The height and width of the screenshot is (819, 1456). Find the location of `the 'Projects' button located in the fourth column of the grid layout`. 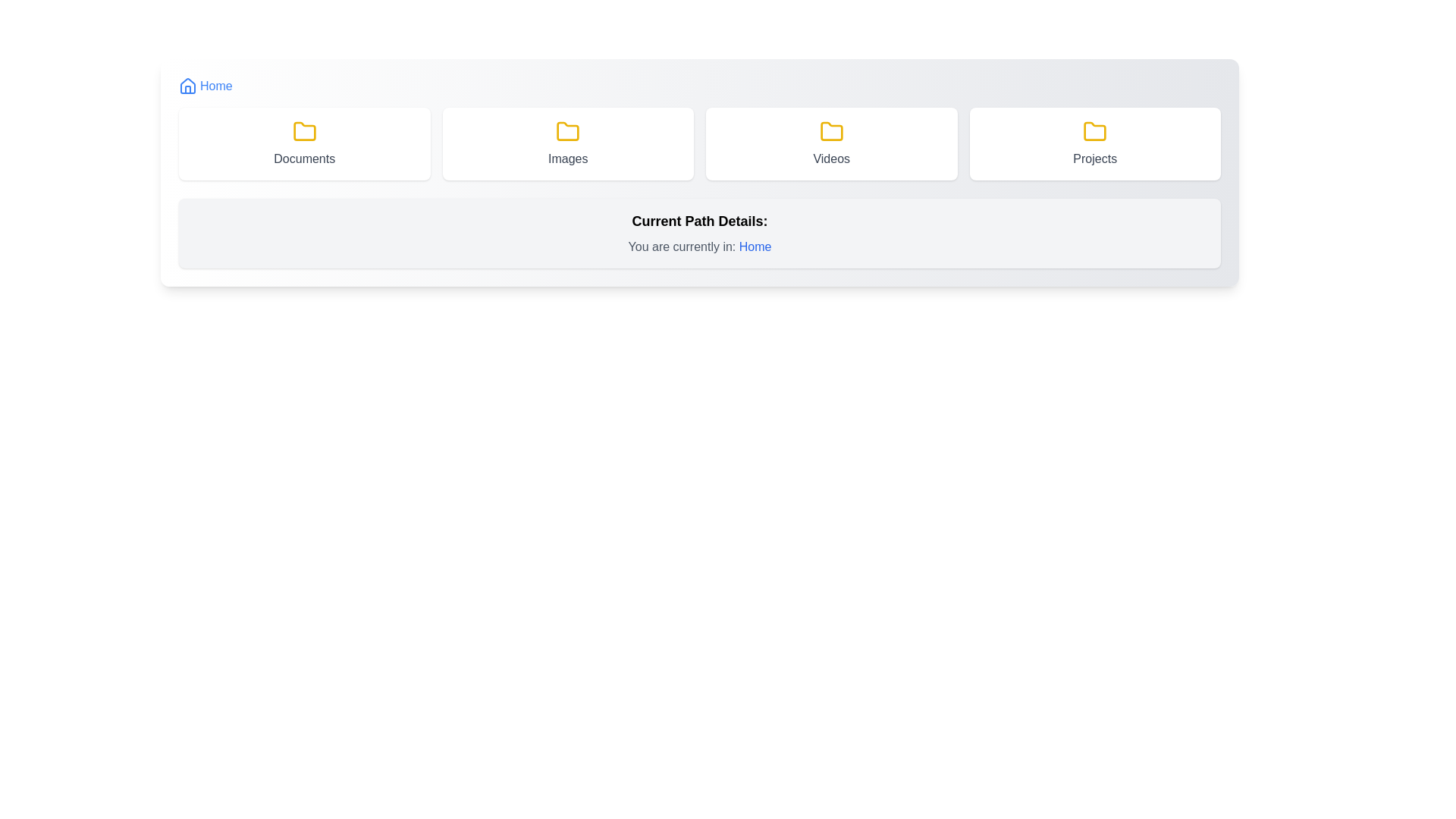

the 'Projects' button located in the fourth column of the grid layout is located at coordinates (1095, 143).